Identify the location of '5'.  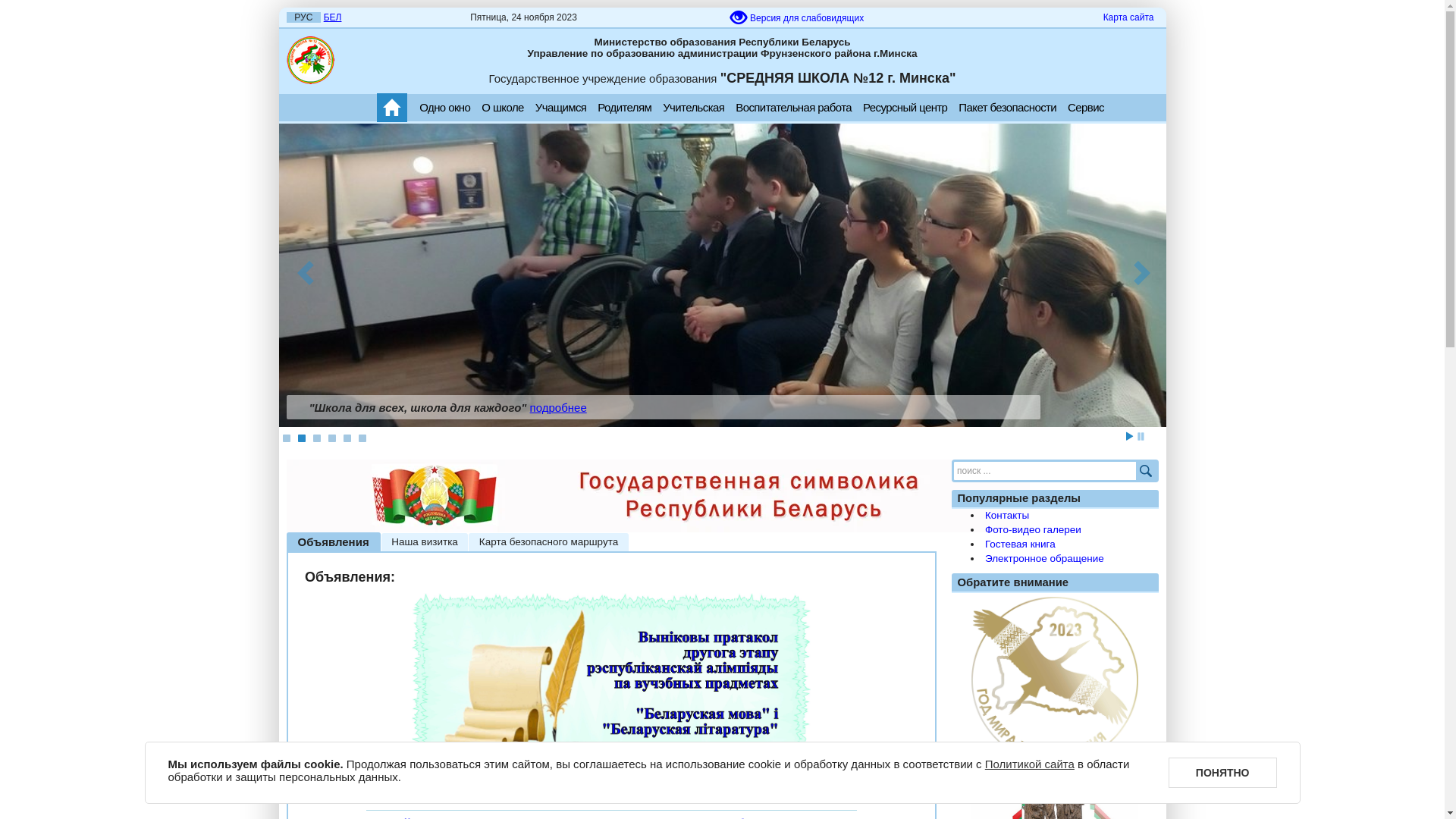
(345, 438).